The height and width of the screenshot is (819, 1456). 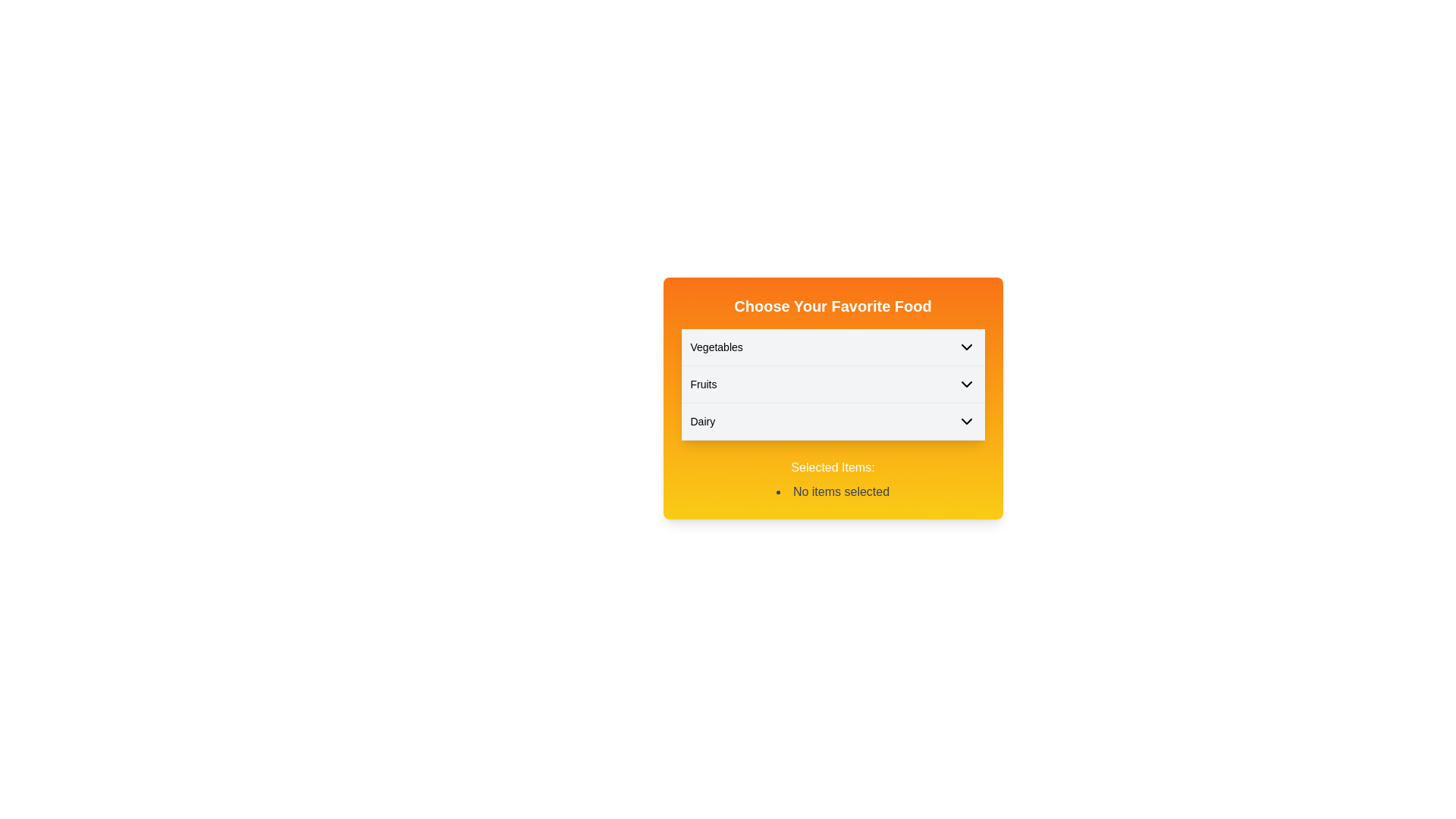 What do you see at coordinates (965, 383) in the screenshot?
I see `the chevron dropdown toggle icon located to the far right of the 'Fruits' label` at bounding box center [965, 383].